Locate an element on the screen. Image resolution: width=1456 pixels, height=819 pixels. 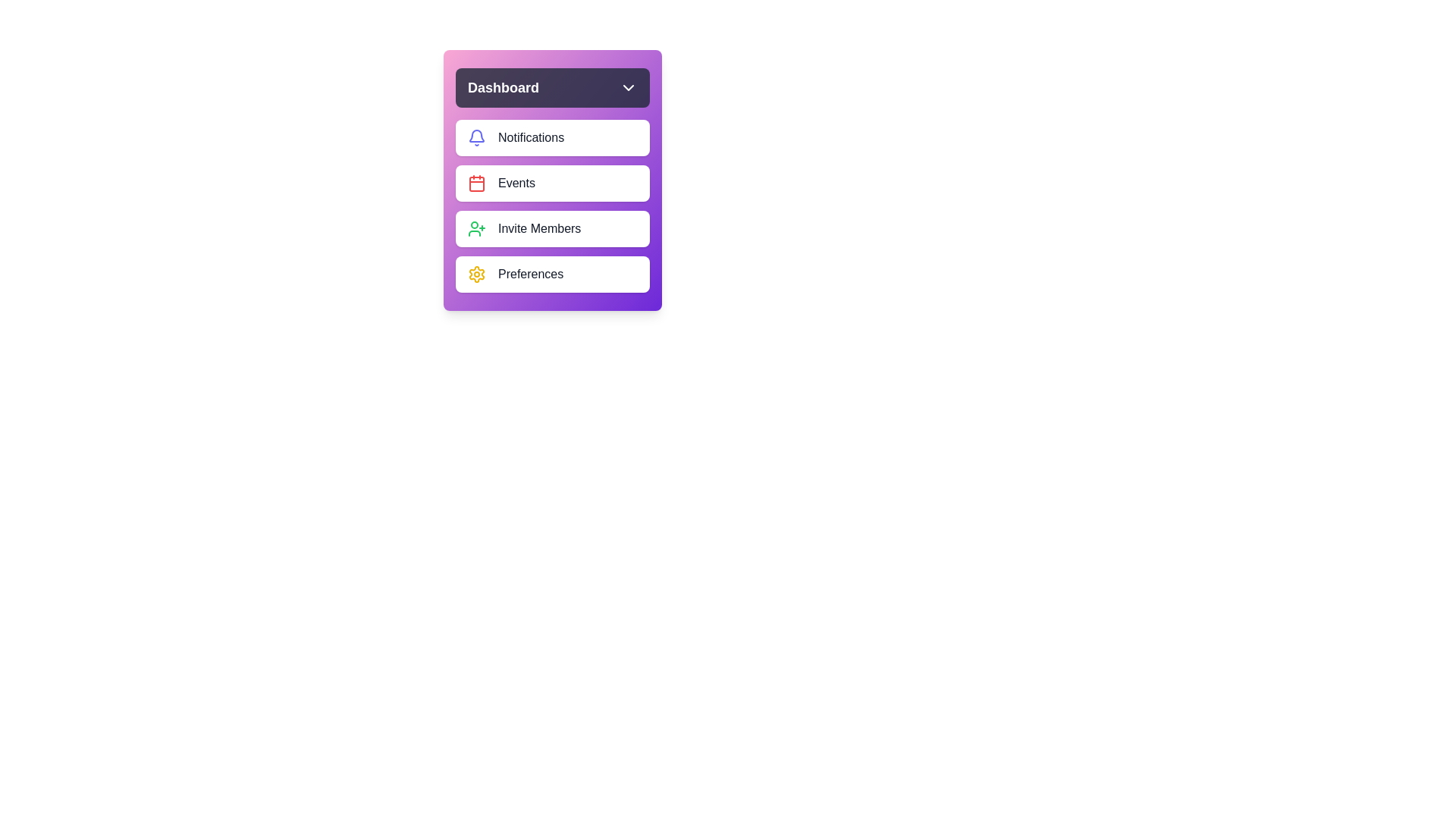
the Notifications icon in the dashboard is located at coordinates (475, 137).